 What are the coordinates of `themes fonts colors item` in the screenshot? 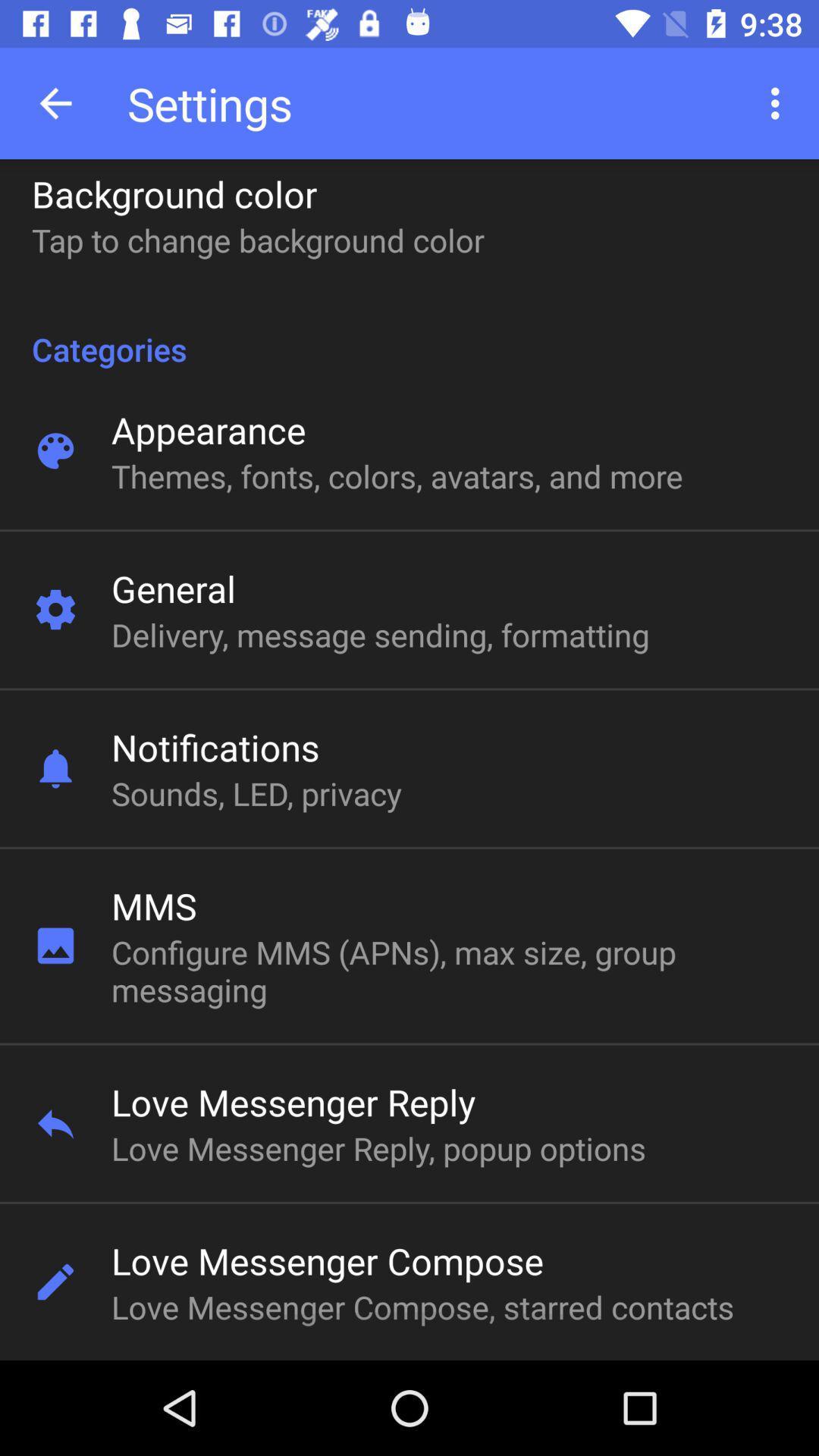 It's located at (396, 475).